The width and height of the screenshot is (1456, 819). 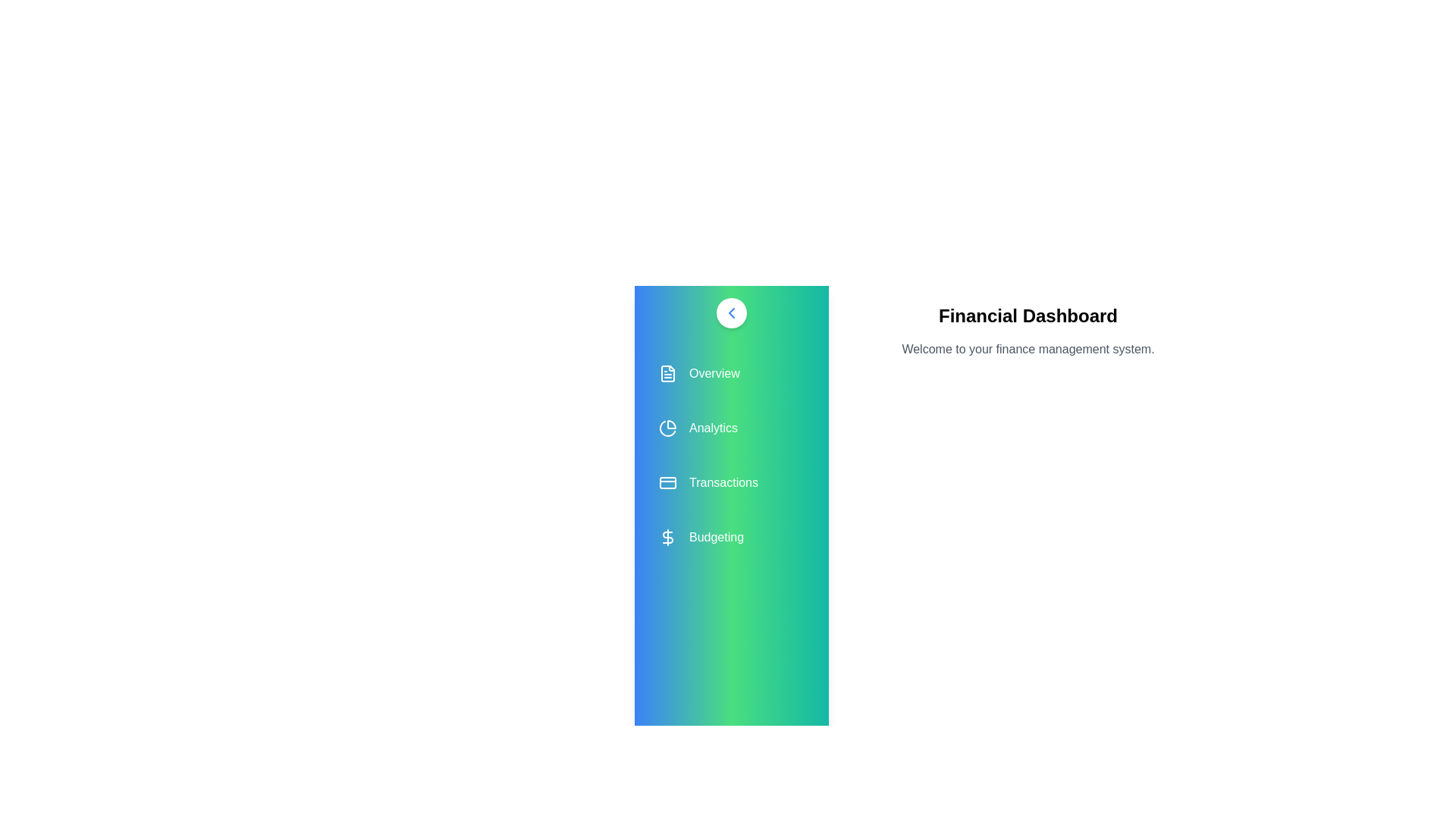 I want to click on the menu option Budgeting from the FinancialDrawer, so click(x=731, y=537).